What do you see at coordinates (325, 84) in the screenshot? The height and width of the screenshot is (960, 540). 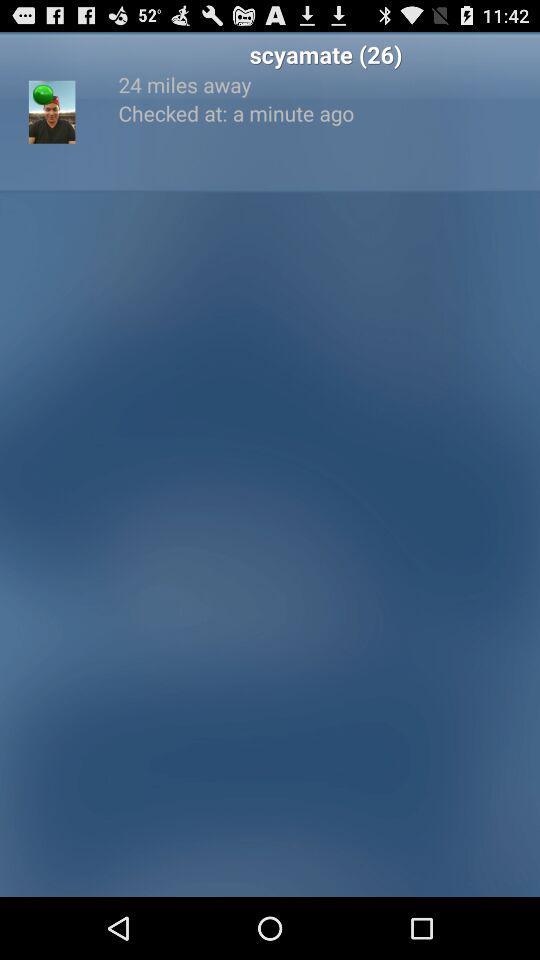 I see `the icon below the scyamate (26) app` at bounding box center [325, 84].